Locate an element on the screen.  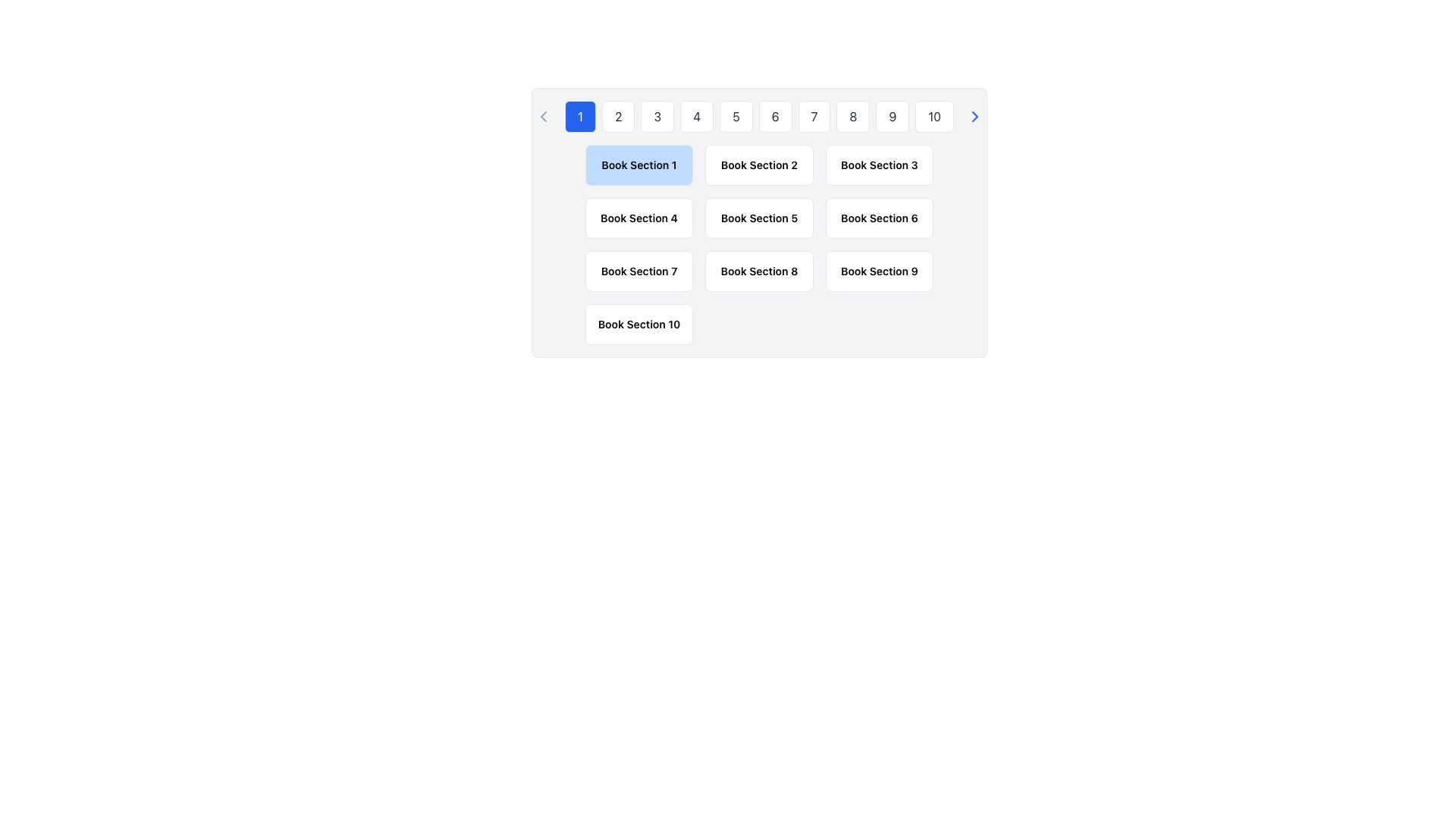
the button labeled 'Book Section 5', which has a white background and black border is located at coordinates (759, 218).